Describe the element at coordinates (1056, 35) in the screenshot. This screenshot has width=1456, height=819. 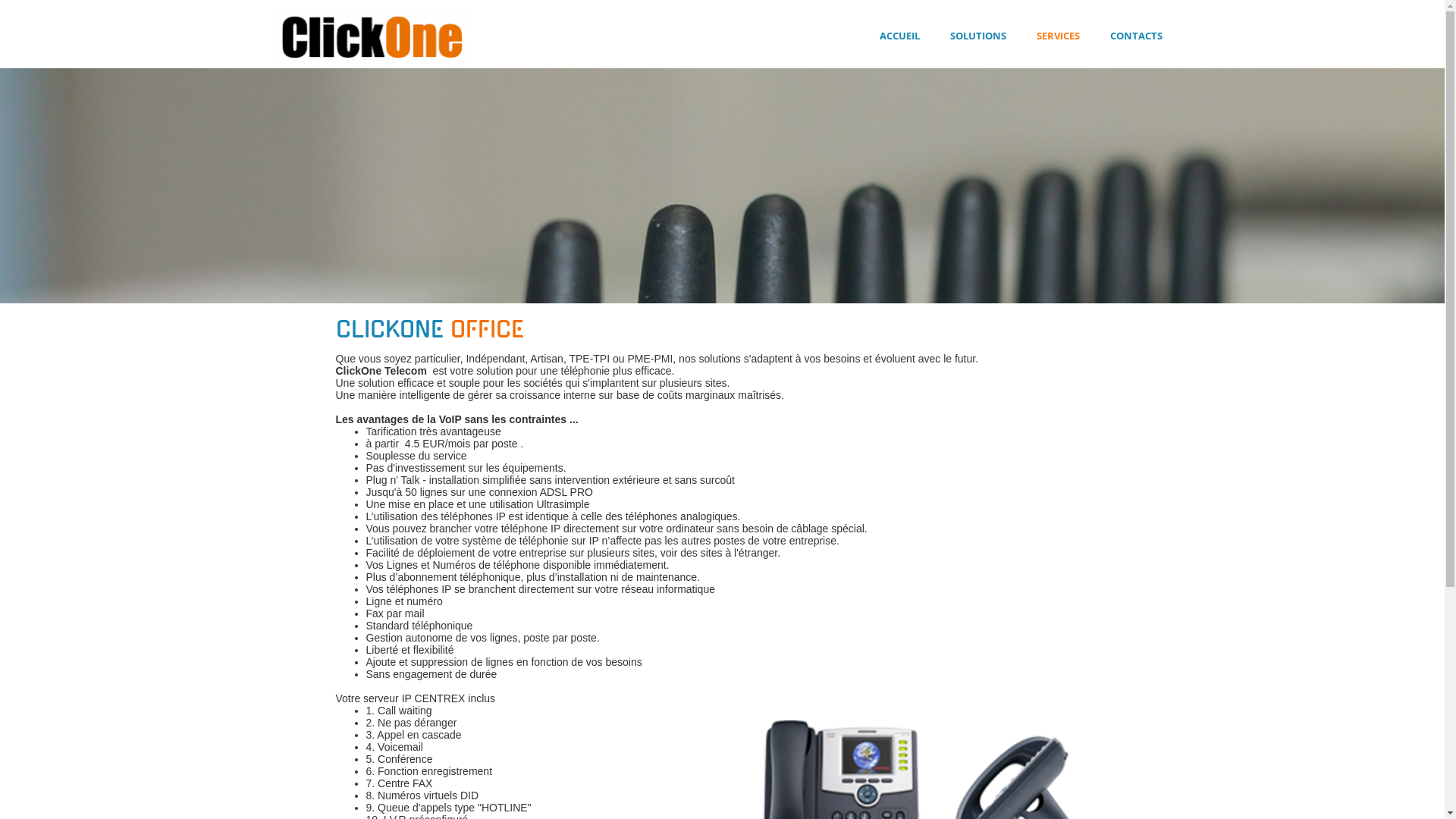
I see `'SERVICES'` at that location.